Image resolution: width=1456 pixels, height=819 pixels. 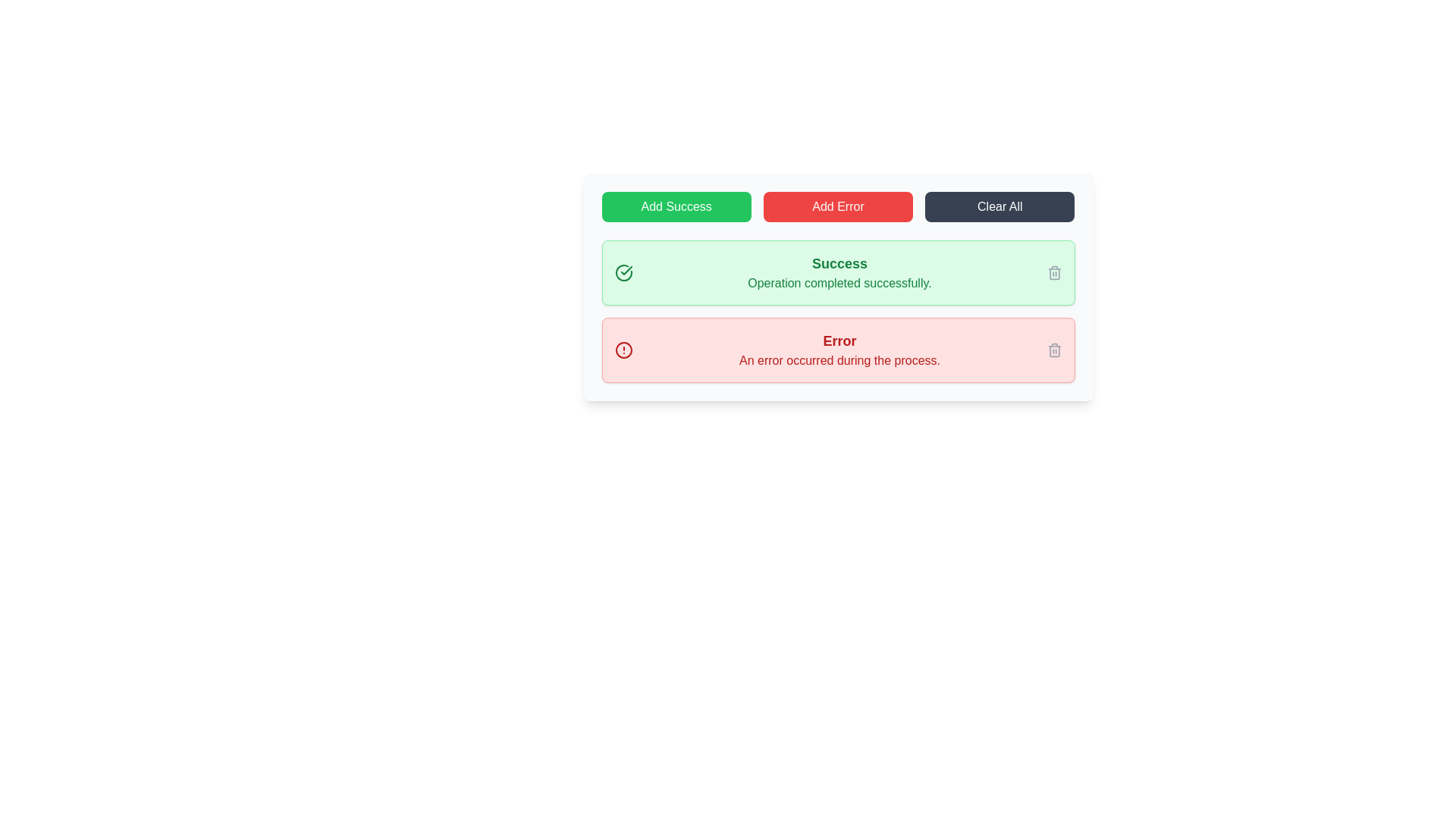 What do you see at coordinates (839, 350) in the screenshot?
I see `error message from the notification box that has a bold, red title labeled 'Error' and a smaller line stating 'An error occurred during the process.'` at bounding box center [839, 350].